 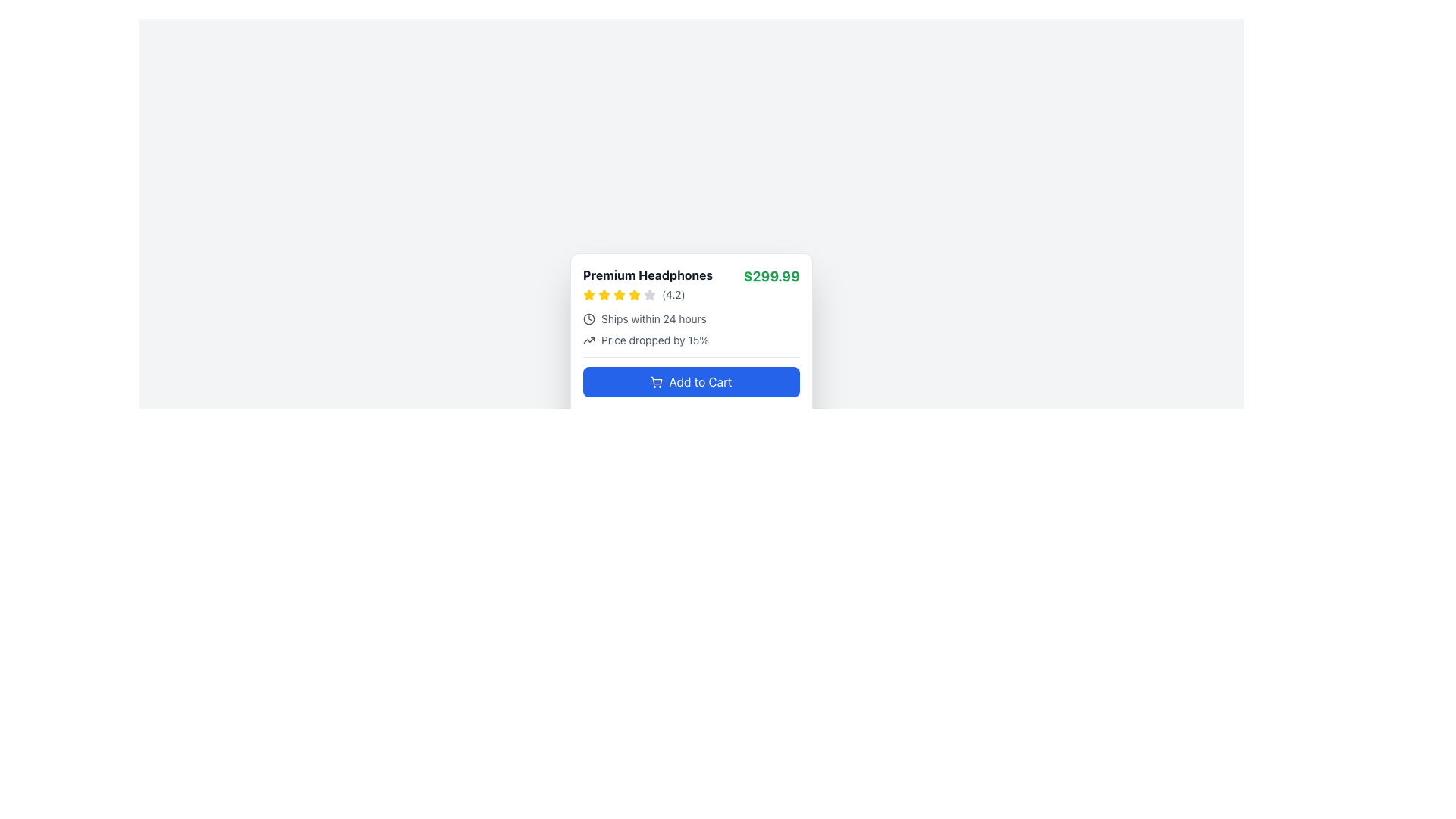 I want to click on the yellow star icon in the second position of the rating system to interact with the rating, so click(x=619, y=294).